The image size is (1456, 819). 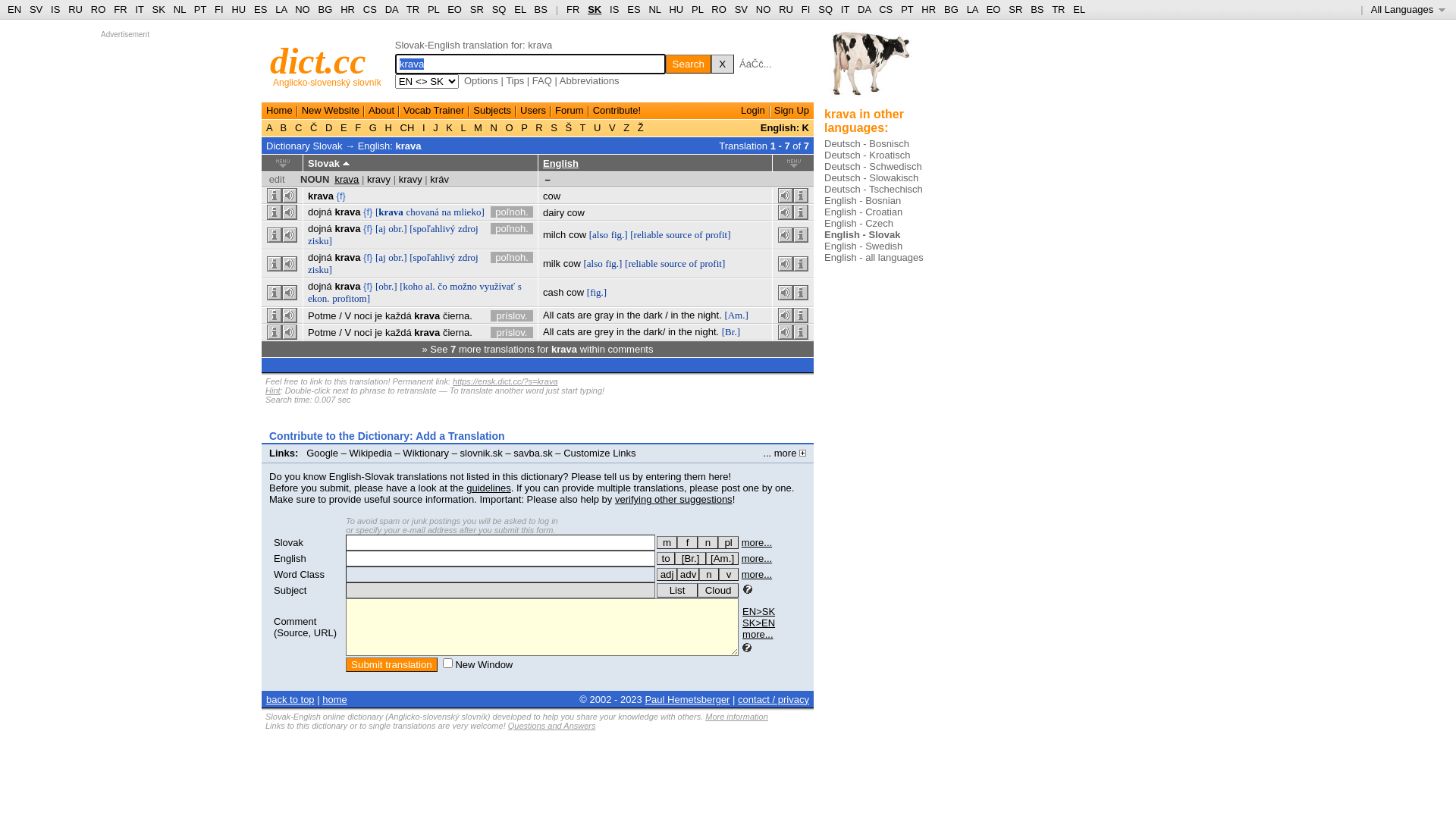 I want to click on 'milch', so click(x=553, y=234).